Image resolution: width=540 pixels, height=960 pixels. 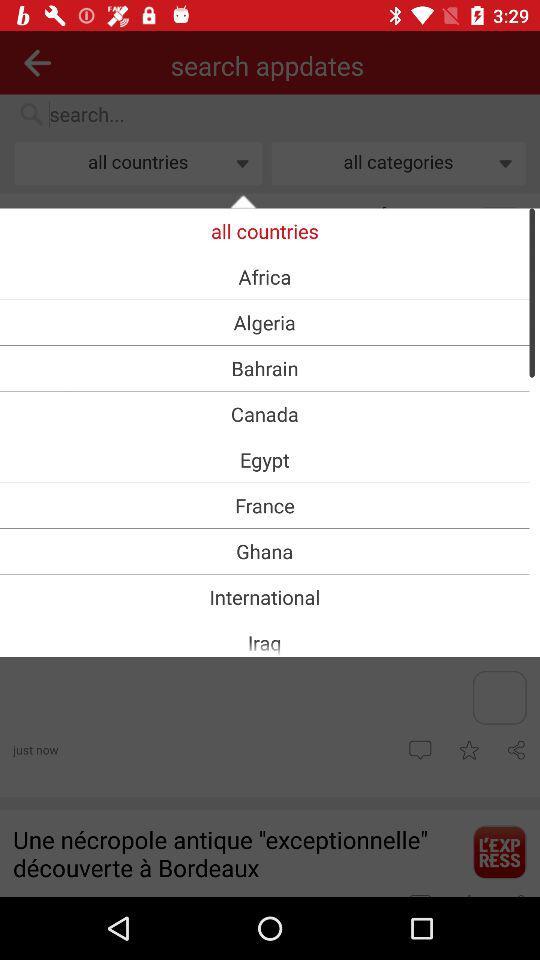 What do you see at coordinates (264, 459) in the screenshot?
I see `egypt` at bounding box center [264, 459].